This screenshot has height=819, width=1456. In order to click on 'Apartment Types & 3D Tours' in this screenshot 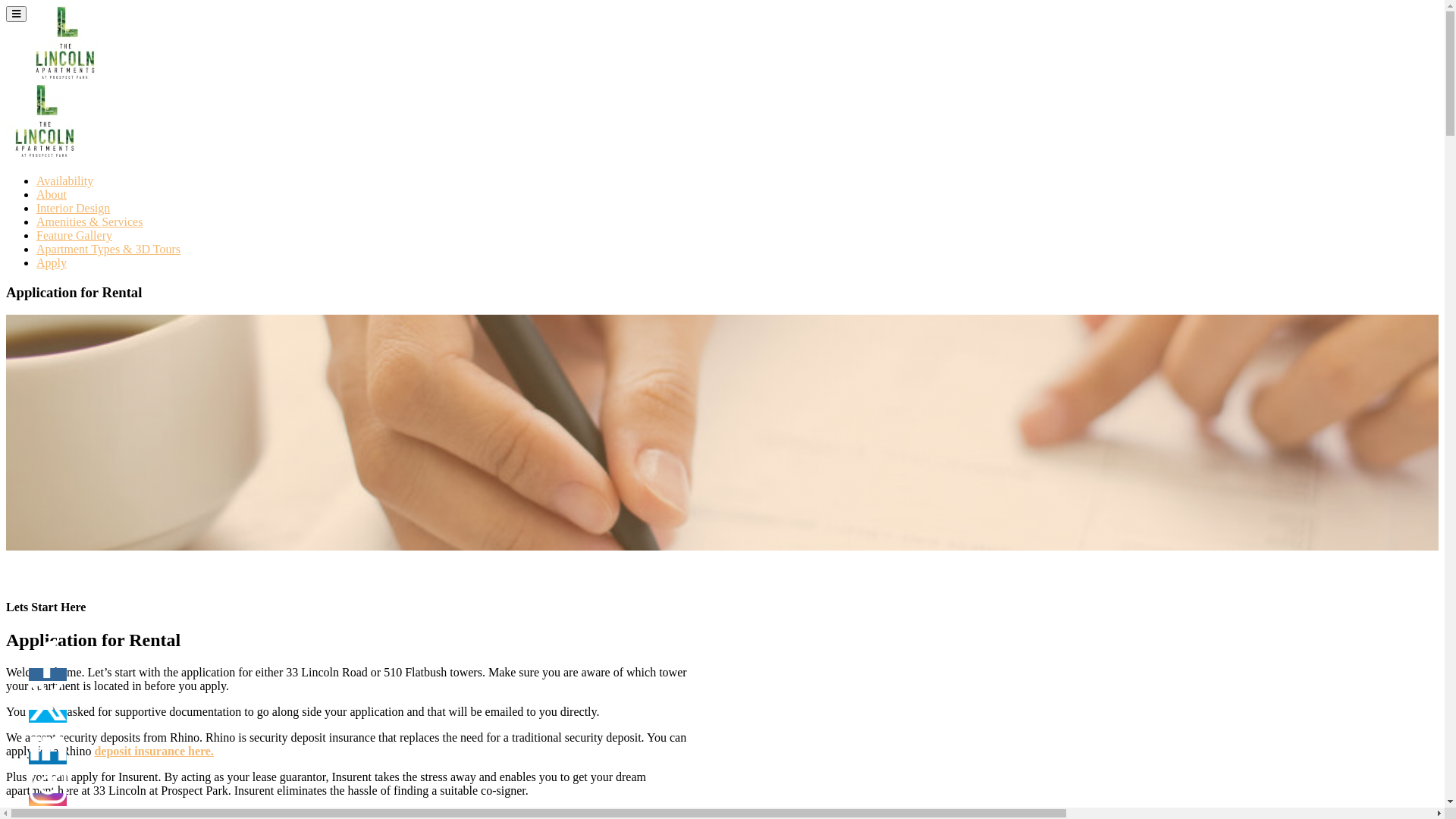, I will do `click(108, 248)`.